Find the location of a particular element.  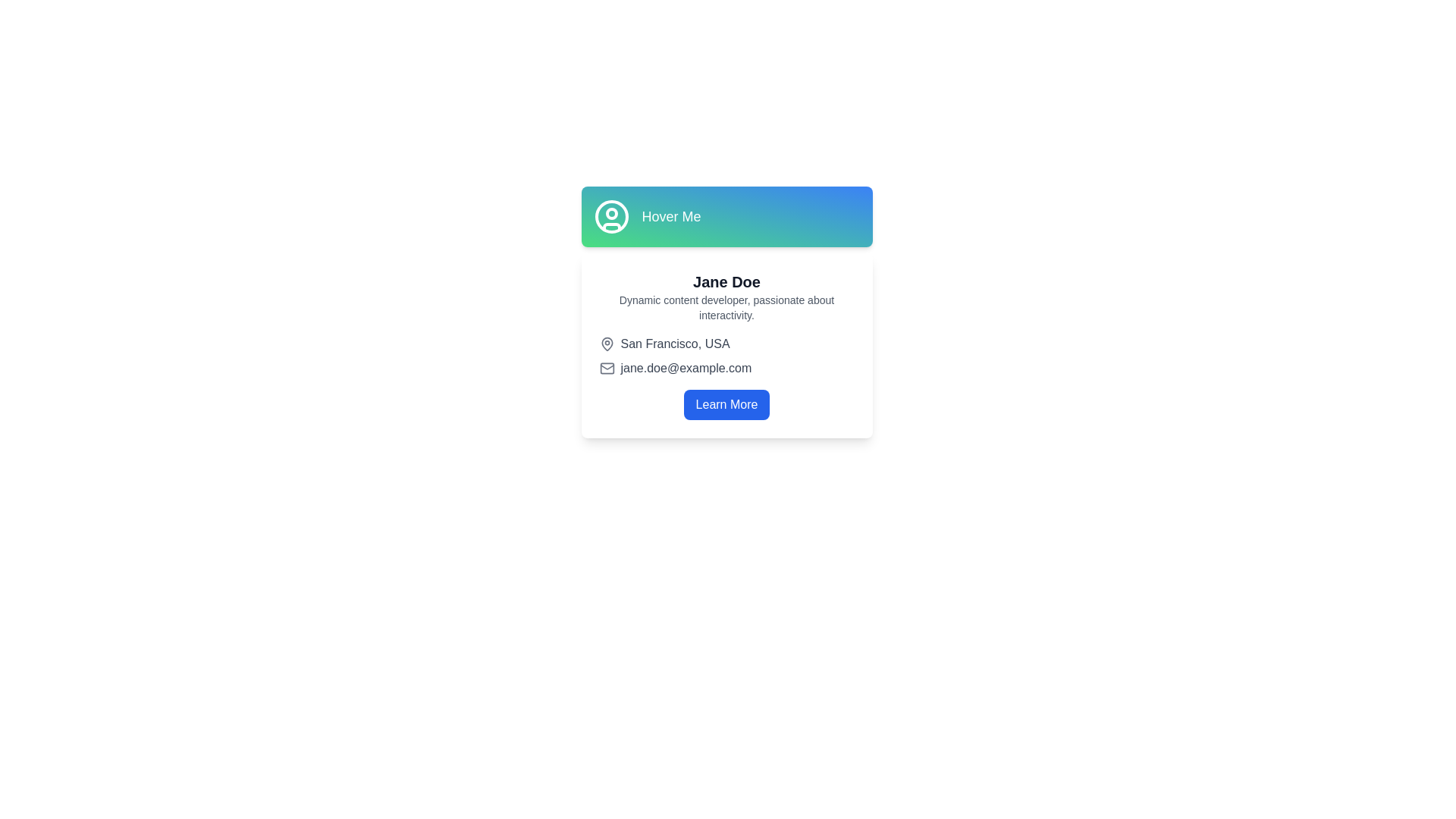

the textual description styled with small, gray-colored text that says 'Dynamic content developer, passionate about interactivity.', located underneath the 'Jane Doe' heading is located at coordinates (726, 307).